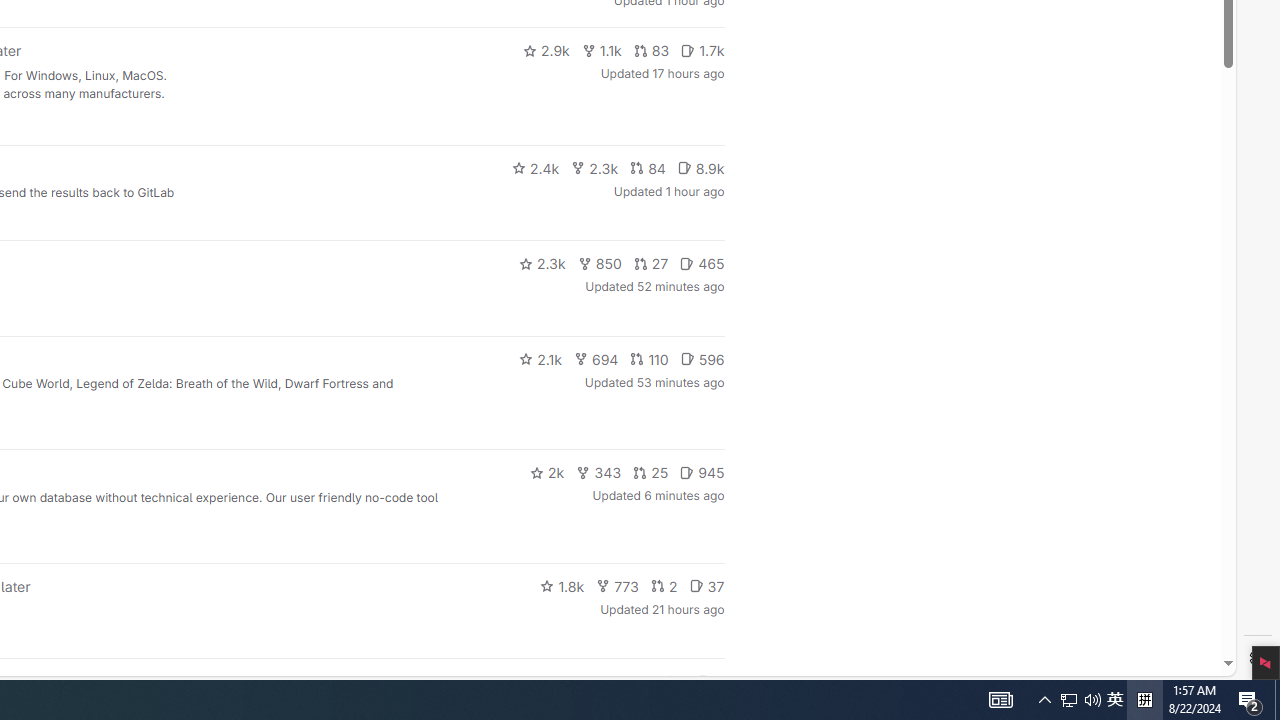 The width and height of the screenshot is (1280, 720). What do you see at coordinates (600, 50) in the screenshot?
I see `'1.1k'` at bounding box center [600, 50].